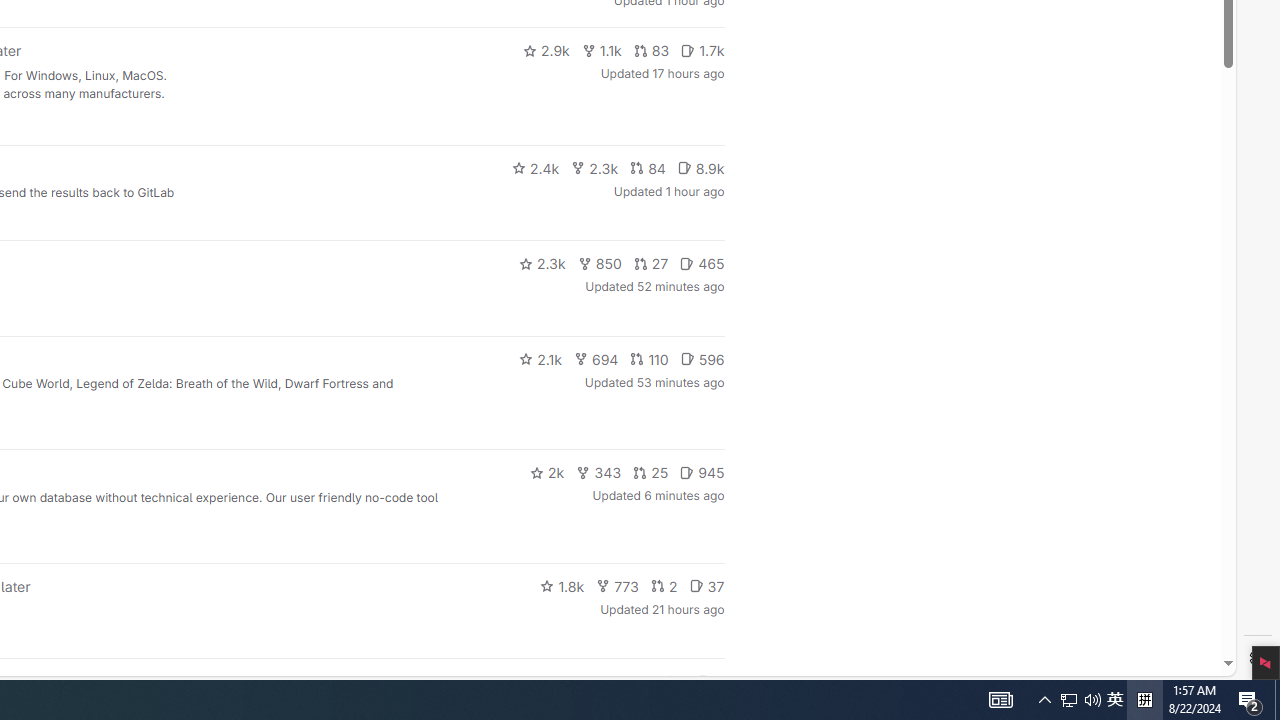 The width and height of the screenshot is (1280, 720). What do you see at coordinates (600, 50) in the screenshot?
I see `'1.1k'` at bounding box center [600, 50].